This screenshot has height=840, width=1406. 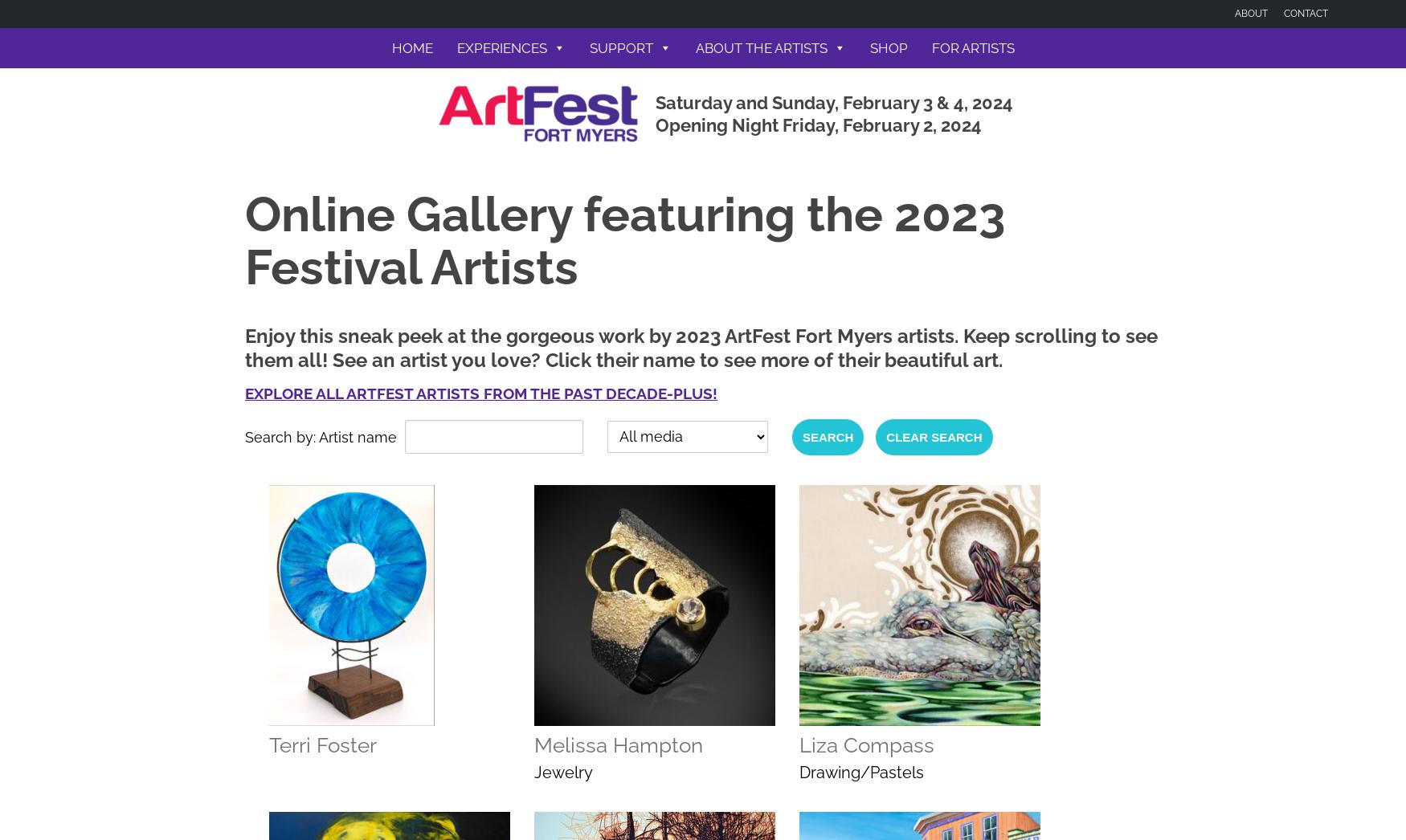 I want to click on 'Experiences', so click(x=501, y=48).